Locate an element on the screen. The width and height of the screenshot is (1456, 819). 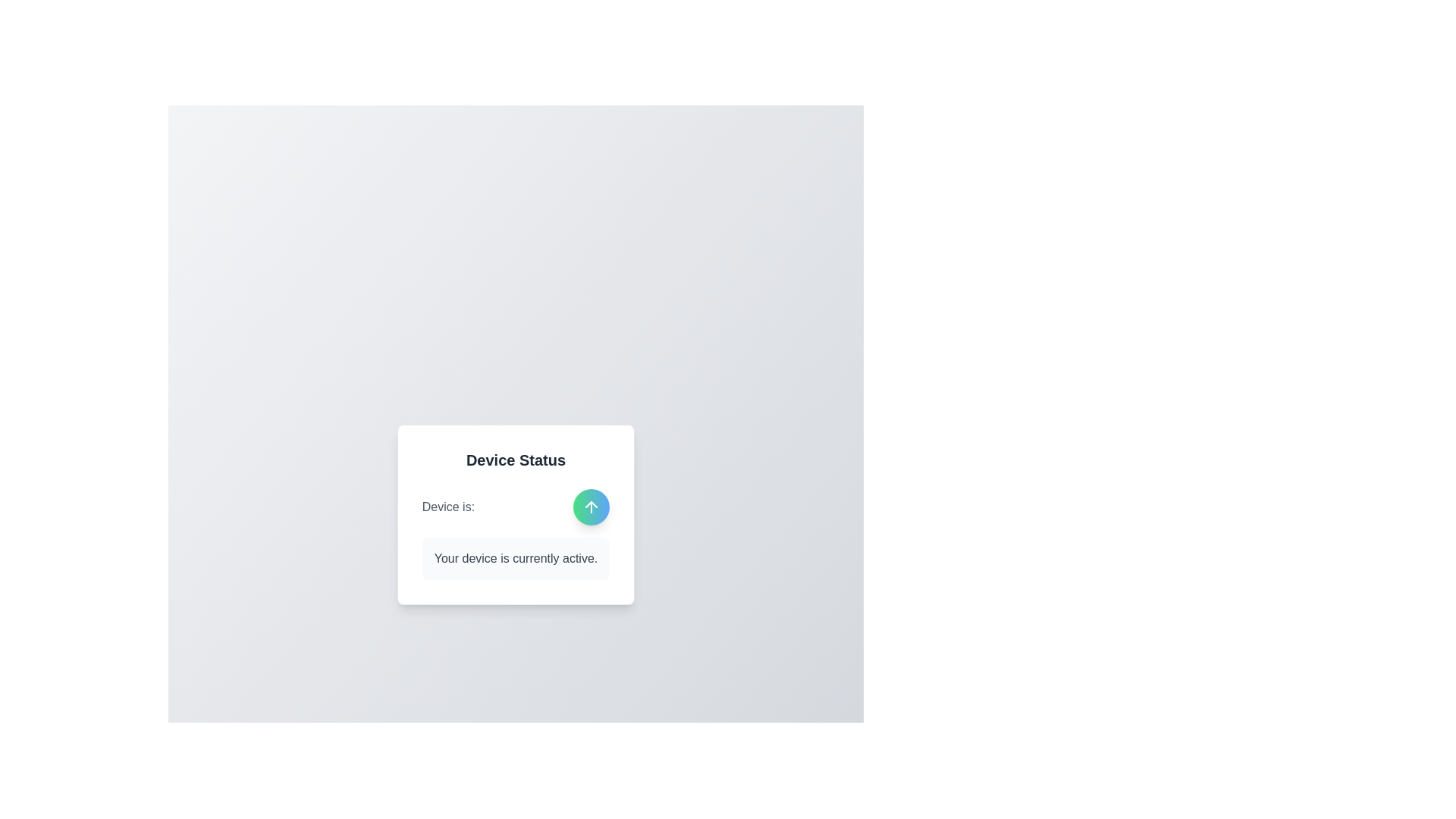
the circular gradient button with an upward-pointing arrow icon located to the far-right side of the layout next to the text labeled 'Device is:' is located at coordinates (591, 507).